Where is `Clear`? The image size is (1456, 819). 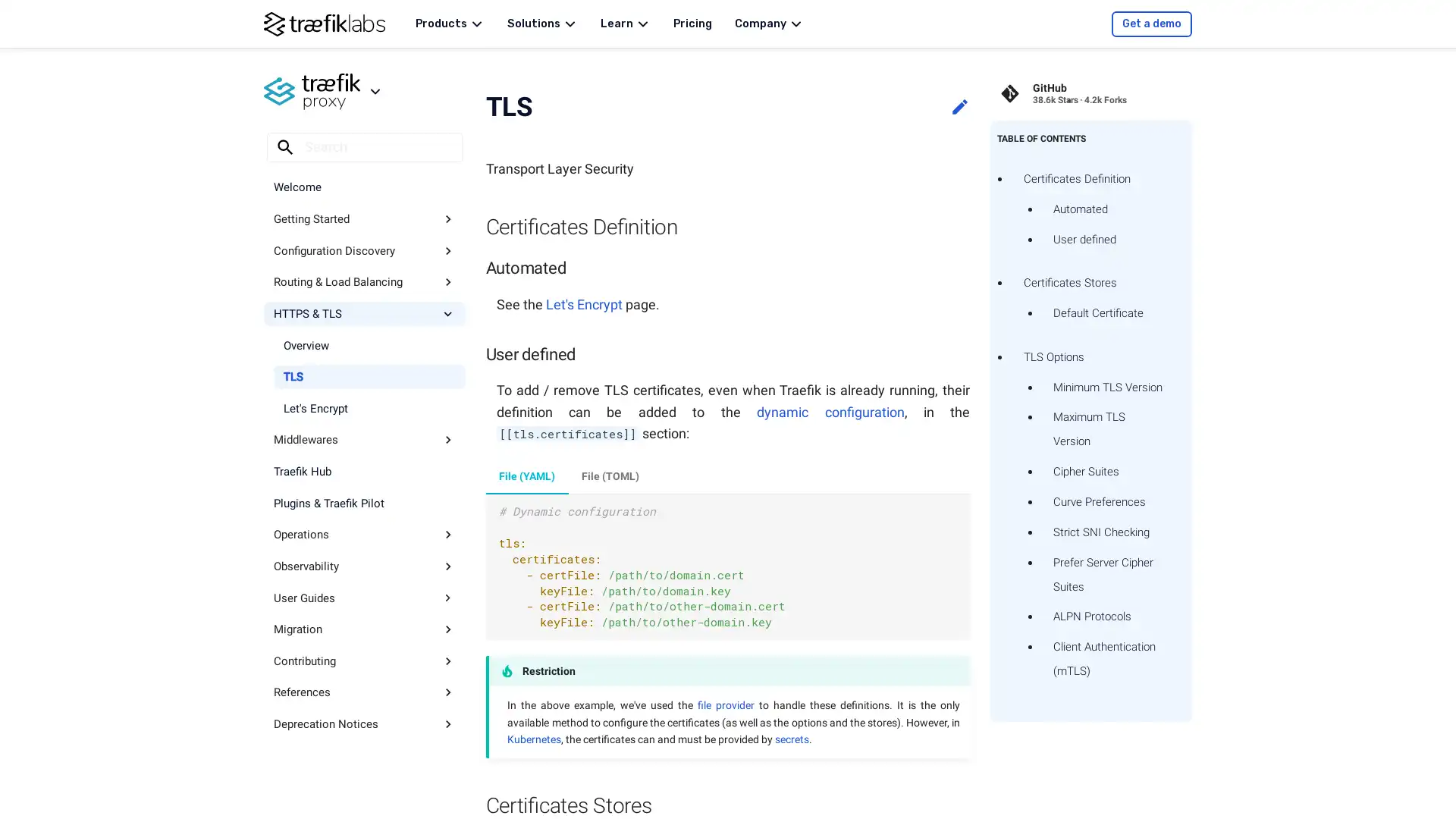 Clear is located at coordinates (806, 20).